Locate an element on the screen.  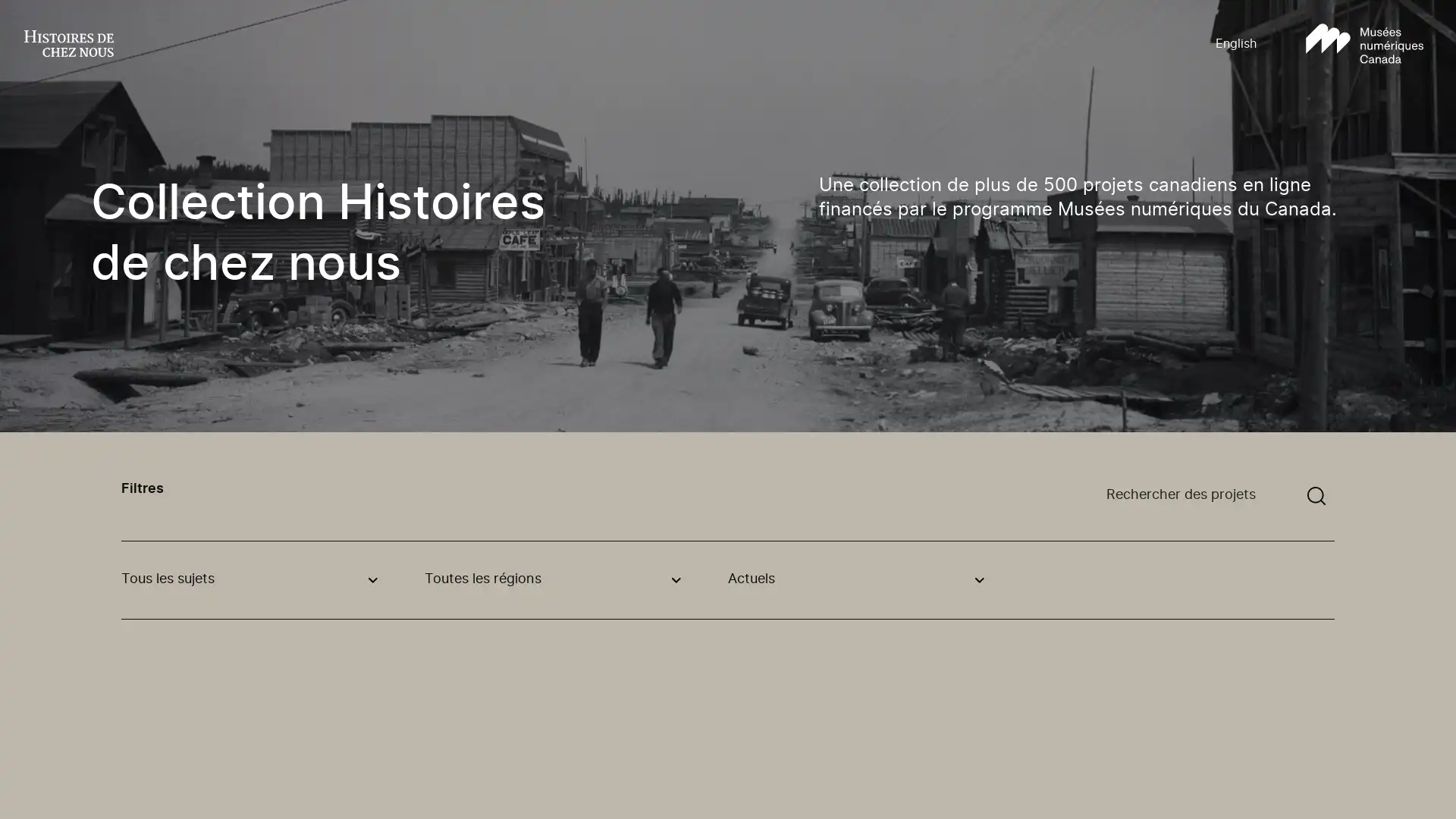
Aller au site Musees numeriques Canada is located at coordinates (1364, 43).